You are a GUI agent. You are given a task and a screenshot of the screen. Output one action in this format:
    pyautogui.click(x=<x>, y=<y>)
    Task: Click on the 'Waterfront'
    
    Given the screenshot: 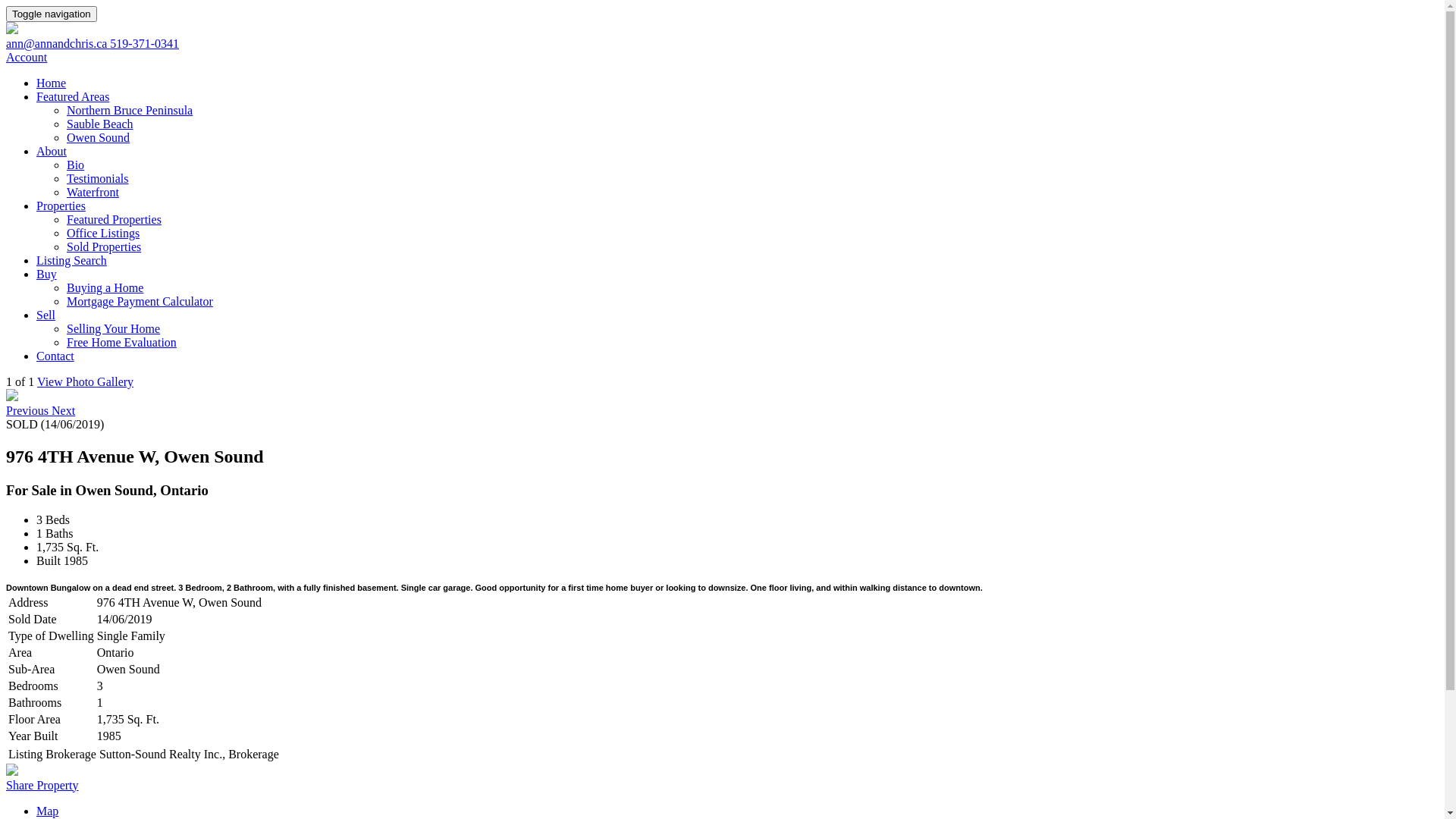 What is the action you would take?
    pyautogui.click(x=92, y=191)
    